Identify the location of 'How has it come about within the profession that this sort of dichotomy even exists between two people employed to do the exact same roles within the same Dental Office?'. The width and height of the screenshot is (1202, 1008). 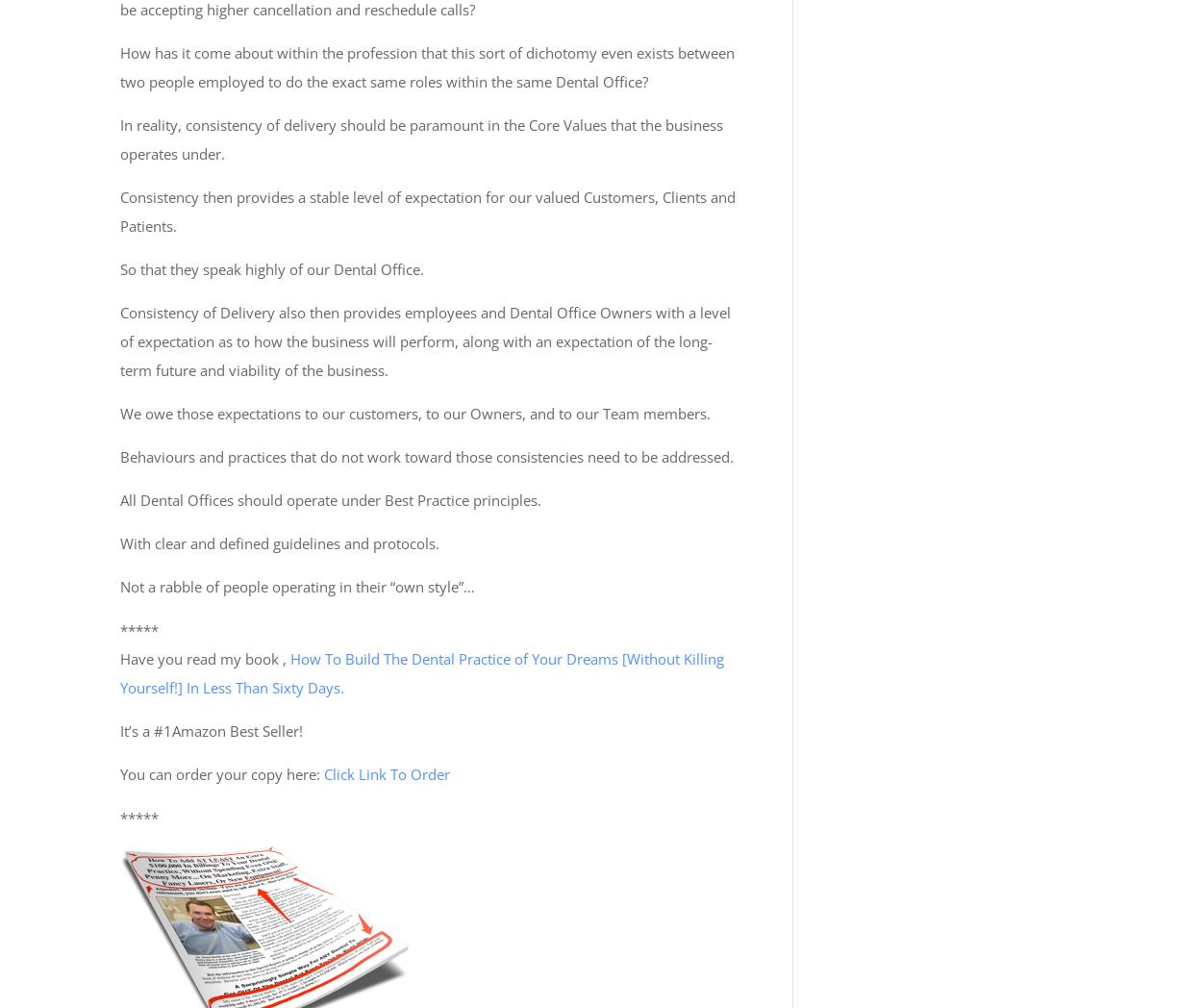
(426, 67).